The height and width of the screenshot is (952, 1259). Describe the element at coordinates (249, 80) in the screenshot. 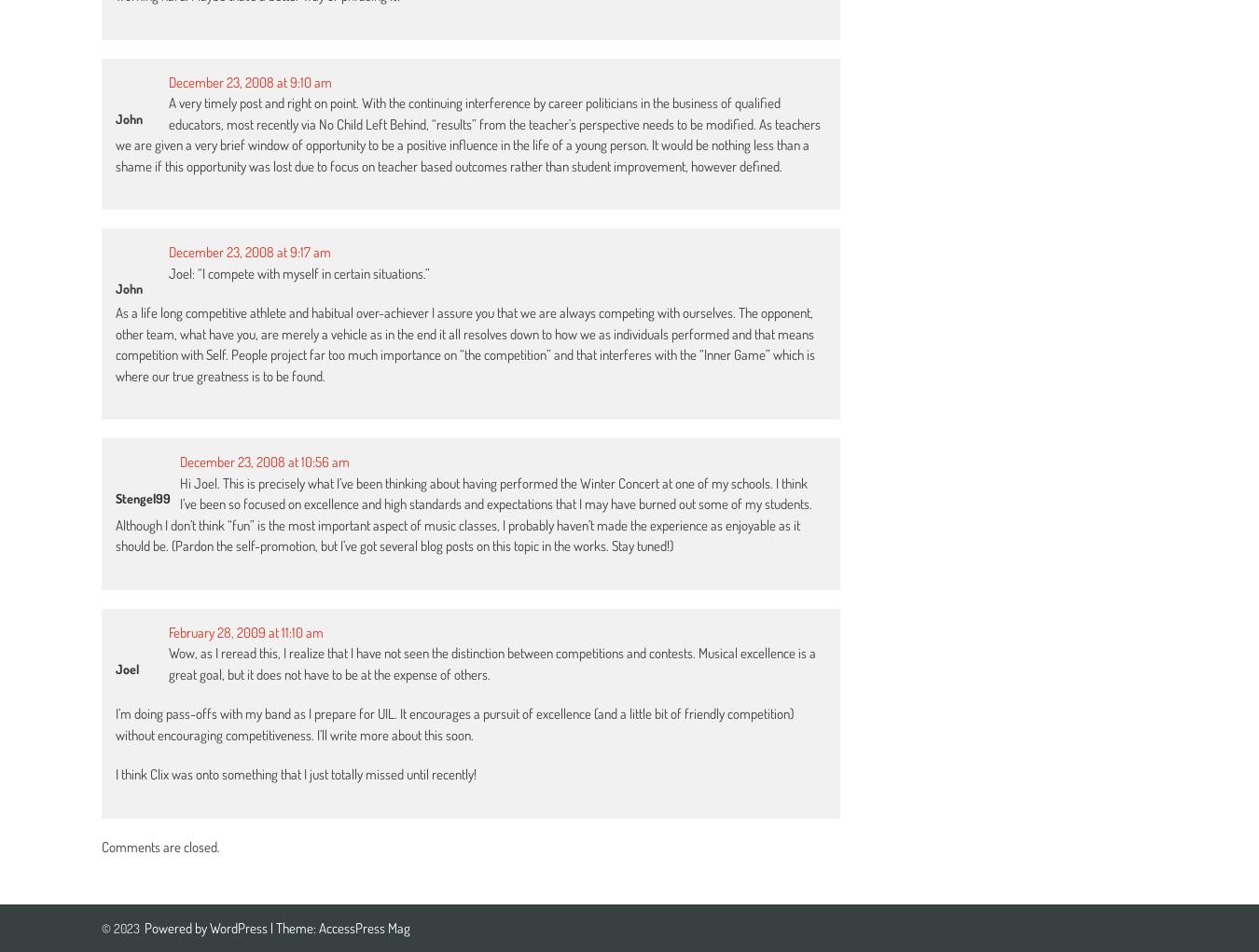

I see `'December 23, 2008 at 9:10 am'` at that location.